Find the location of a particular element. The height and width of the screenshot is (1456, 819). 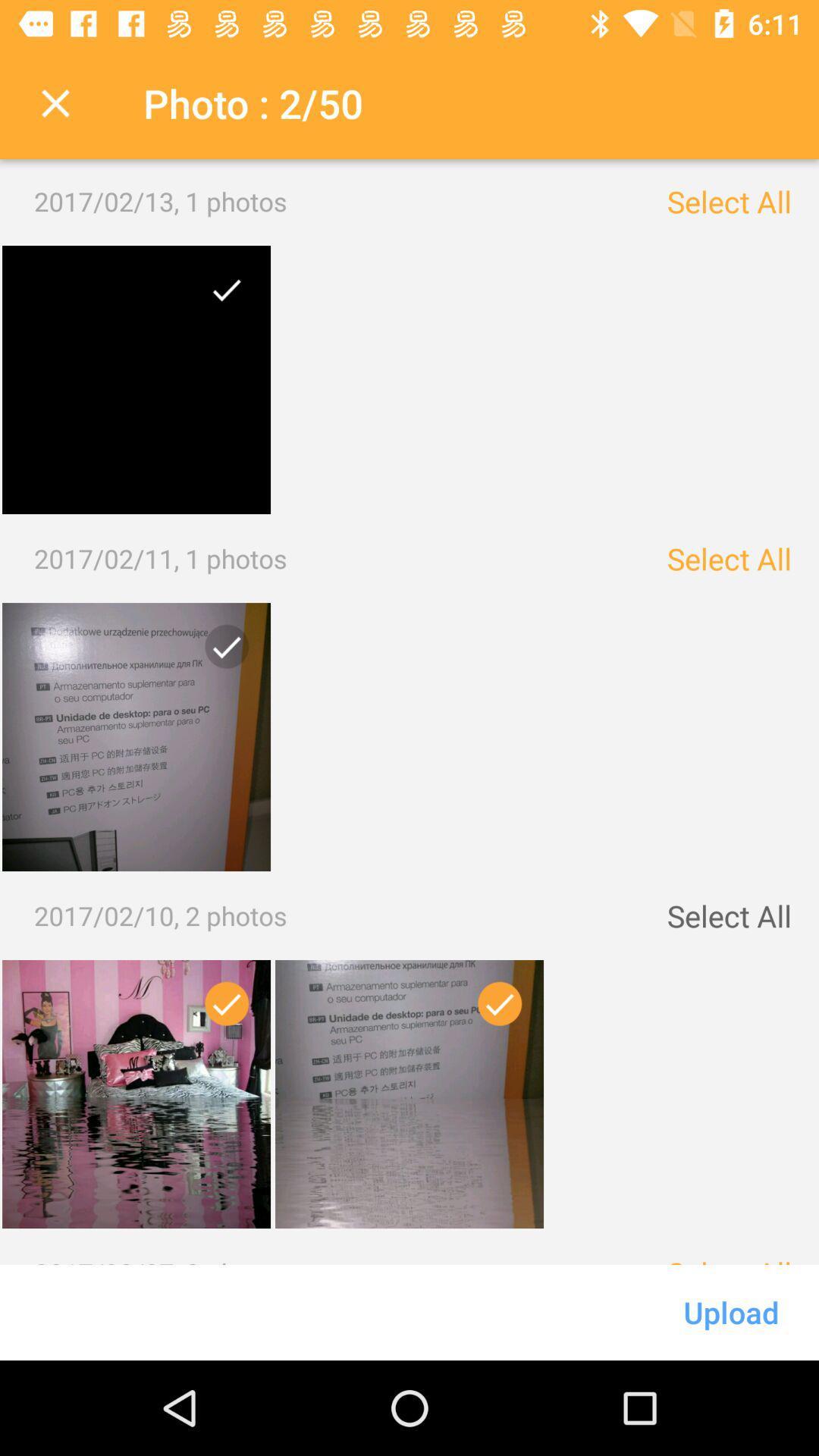

the picture which is beside the pink colour picture is located at coordinates (409, 1094).